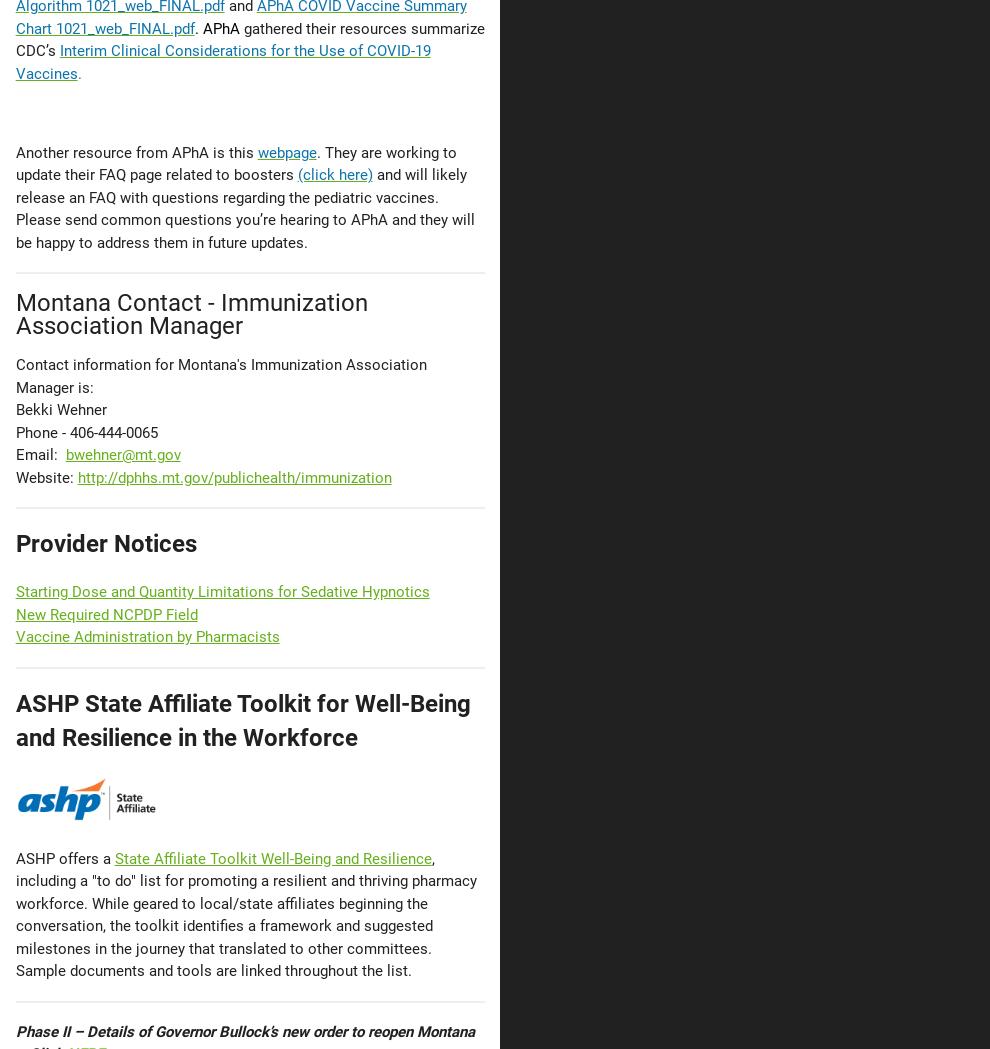 Image resolution: width=990 pixels, height=1049 pixels. Describe the element at coordinates (135, 152) in the screenshot. I see `'Another resource from APhA is this'` at that location.